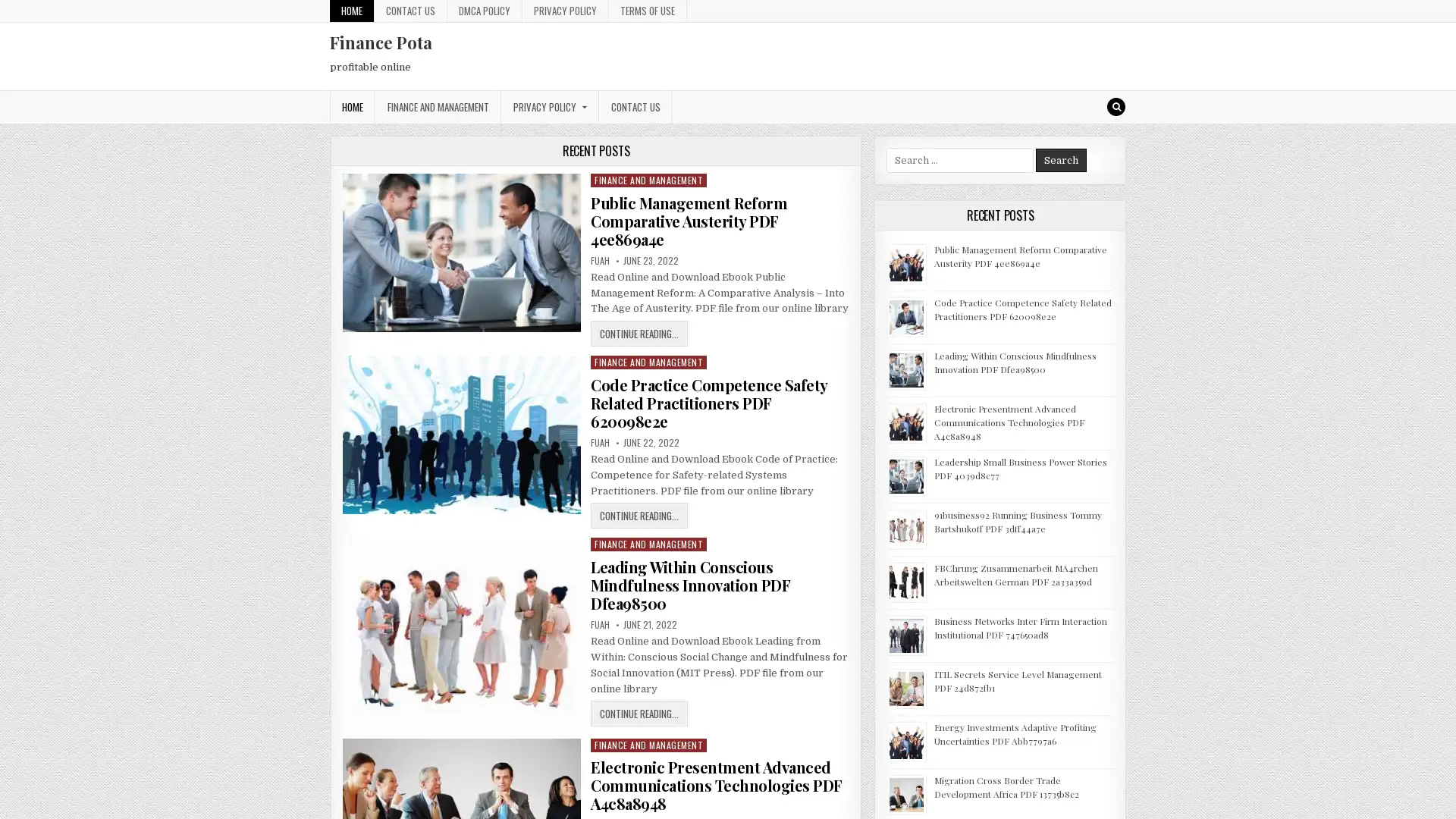  Describe the element at coordinates (1060, 160) in the screenshot. I see `Search` at that location.